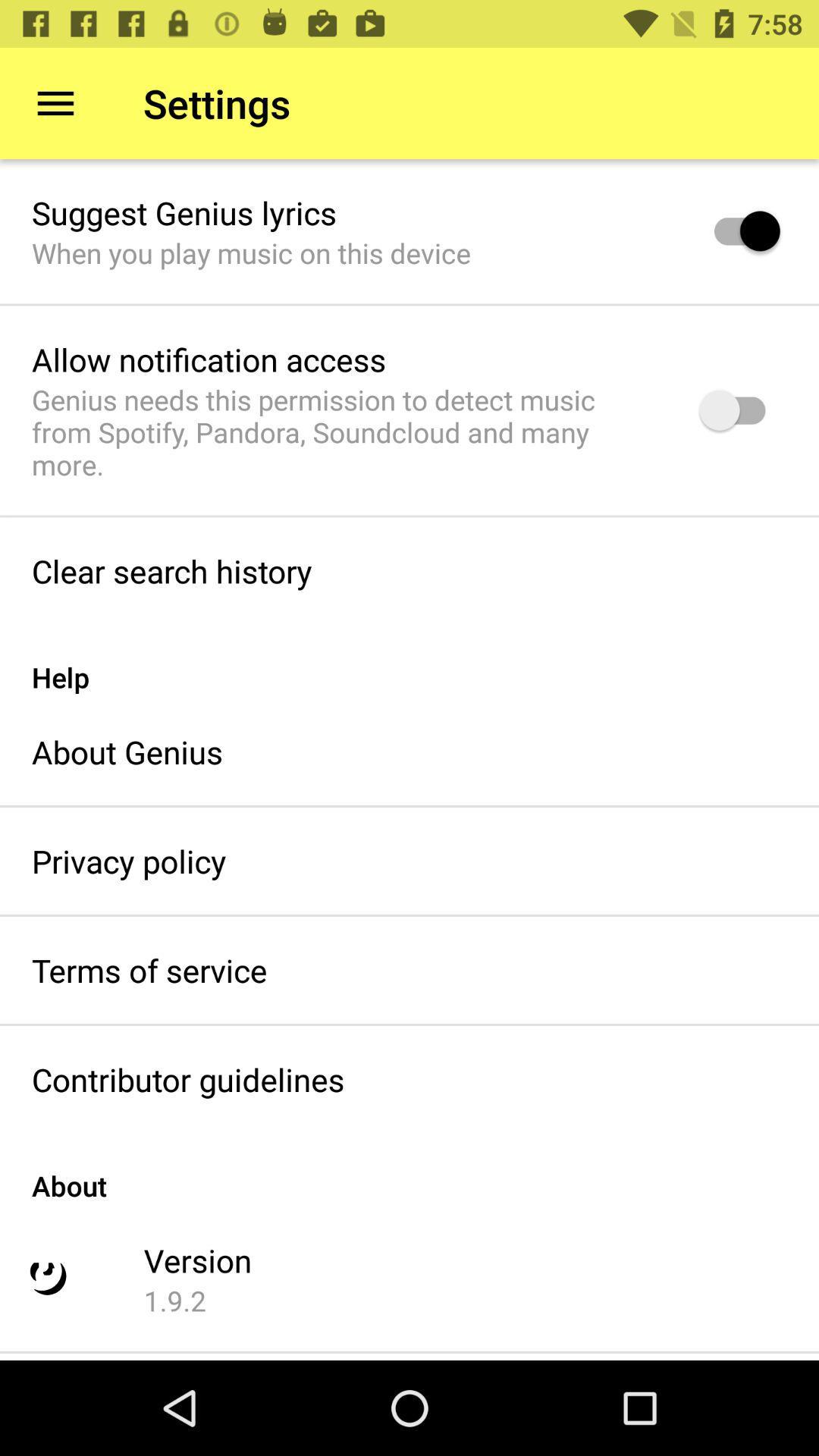  What do you see at coordinates (250, 253) in the screenshot?
I see `when you play` at bounding box center [250, 253].